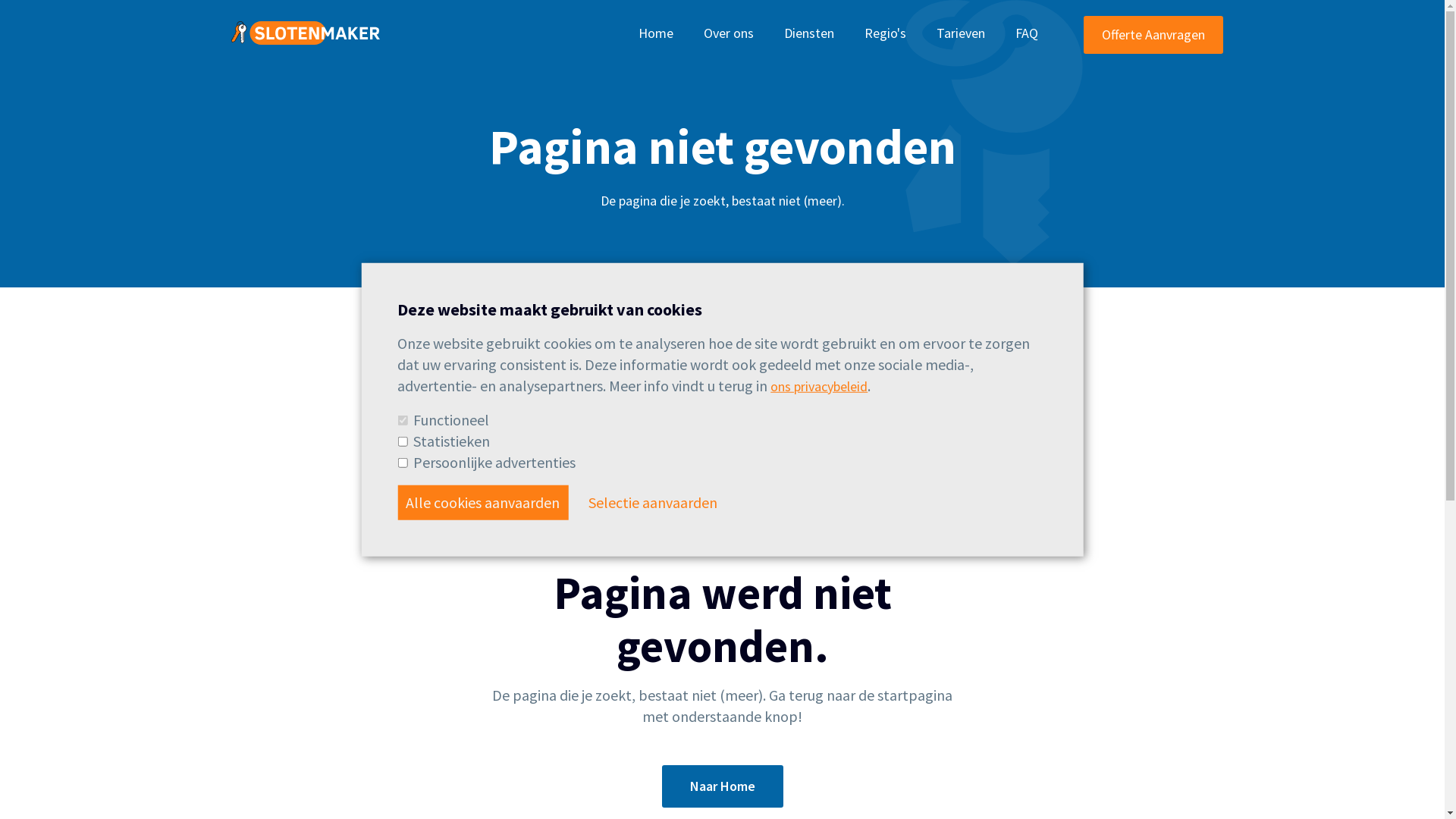 The image size is (1456, 819). I want to click on 'Alle cookies aanvaarden', so click(482, 502).